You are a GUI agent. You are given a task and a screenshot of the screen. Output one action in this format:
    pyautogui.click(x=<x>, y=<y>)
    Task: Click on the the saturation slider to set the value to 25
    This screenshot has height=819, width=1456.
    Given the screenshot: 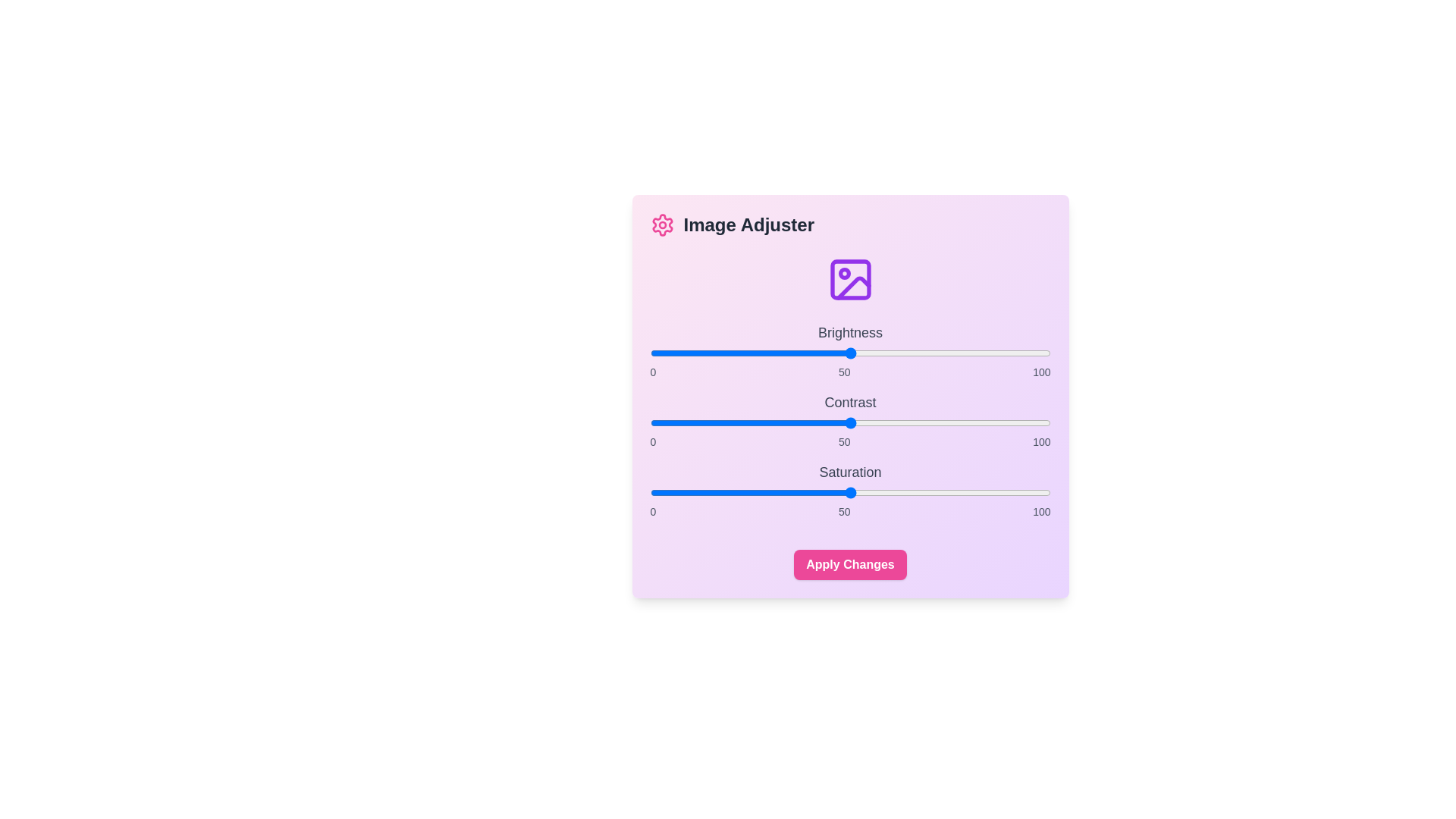 What is the action you would take?
    pyautogui.click(x=750, y=493)
    